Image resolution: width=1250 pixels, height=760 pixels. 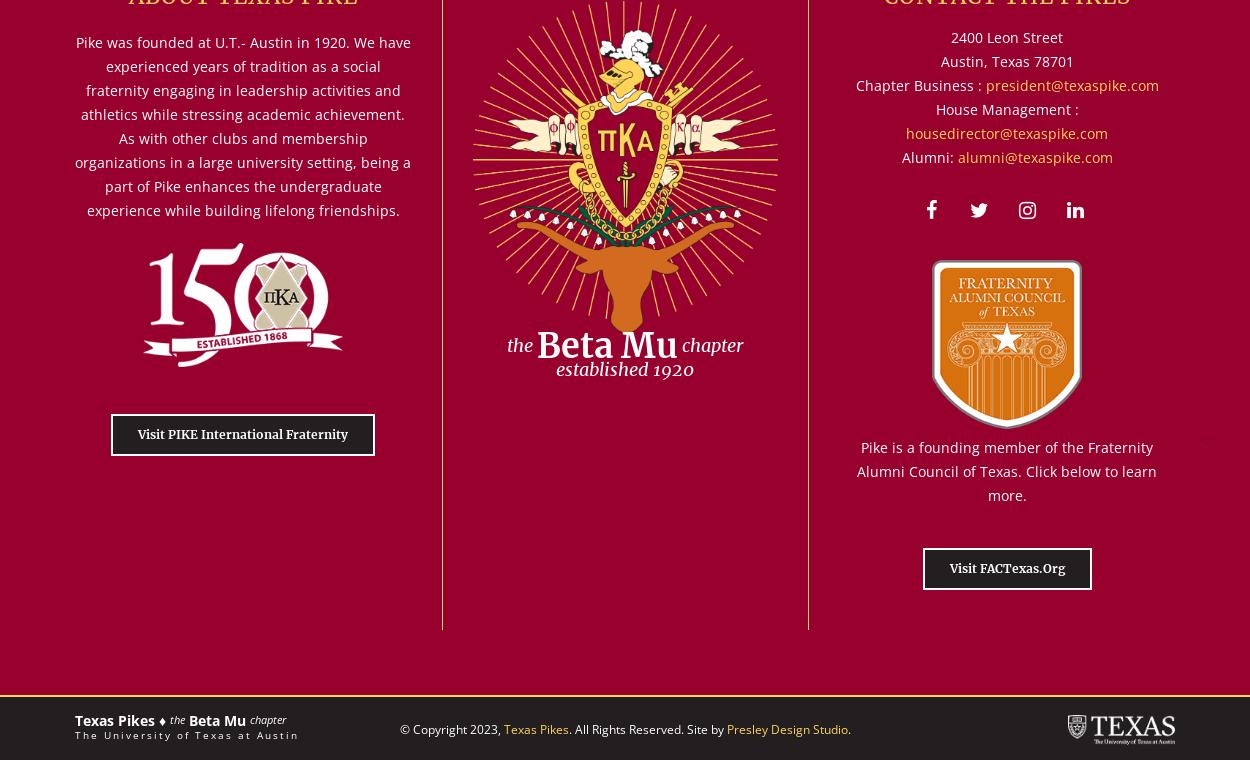 I want to click on 'Presley Design Studio', so click(x=786, y=728).